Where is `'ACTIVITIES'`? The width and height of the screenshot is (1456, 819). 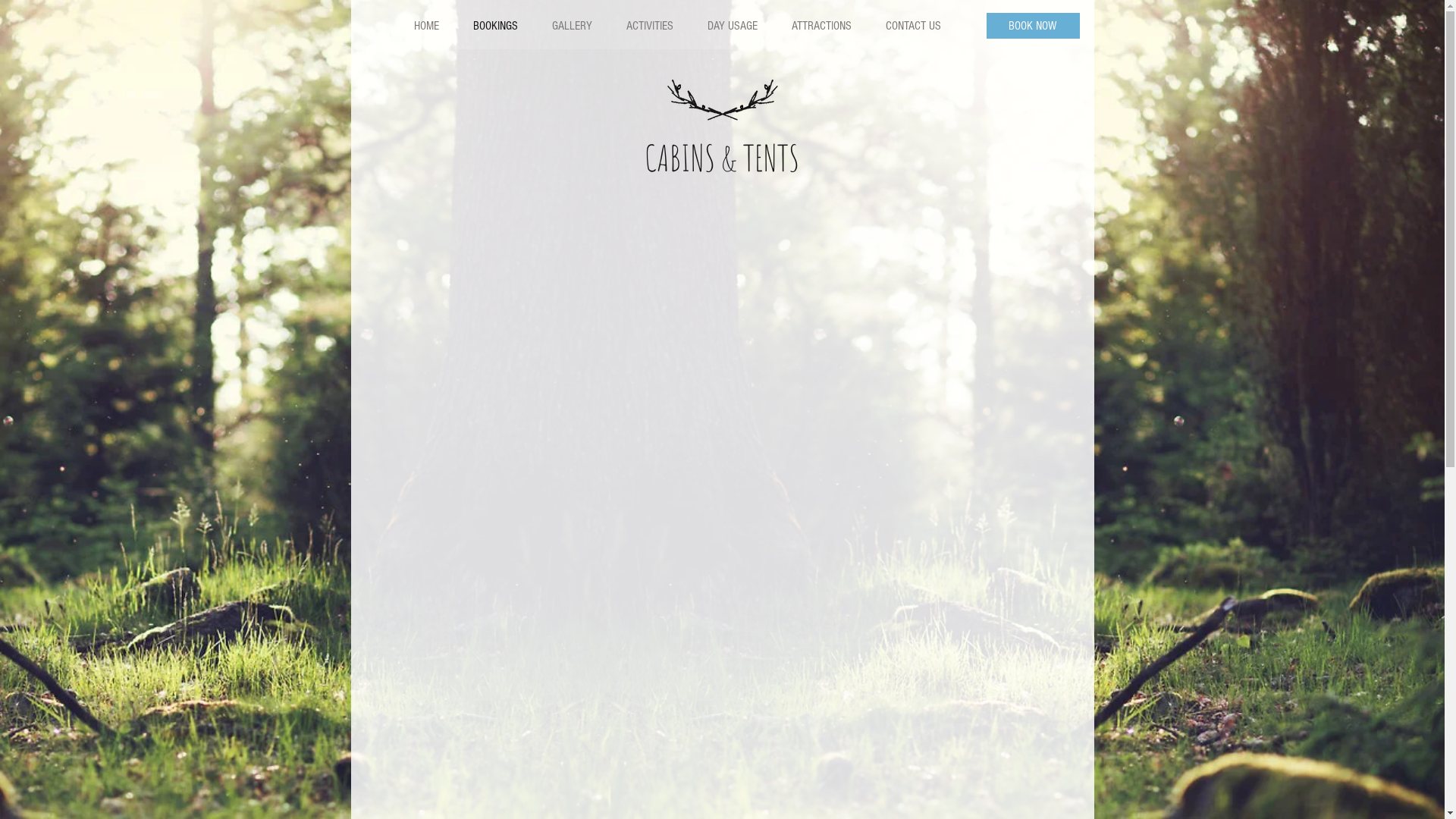 'ACTIVITIES' is located at coordinates (648, 26).